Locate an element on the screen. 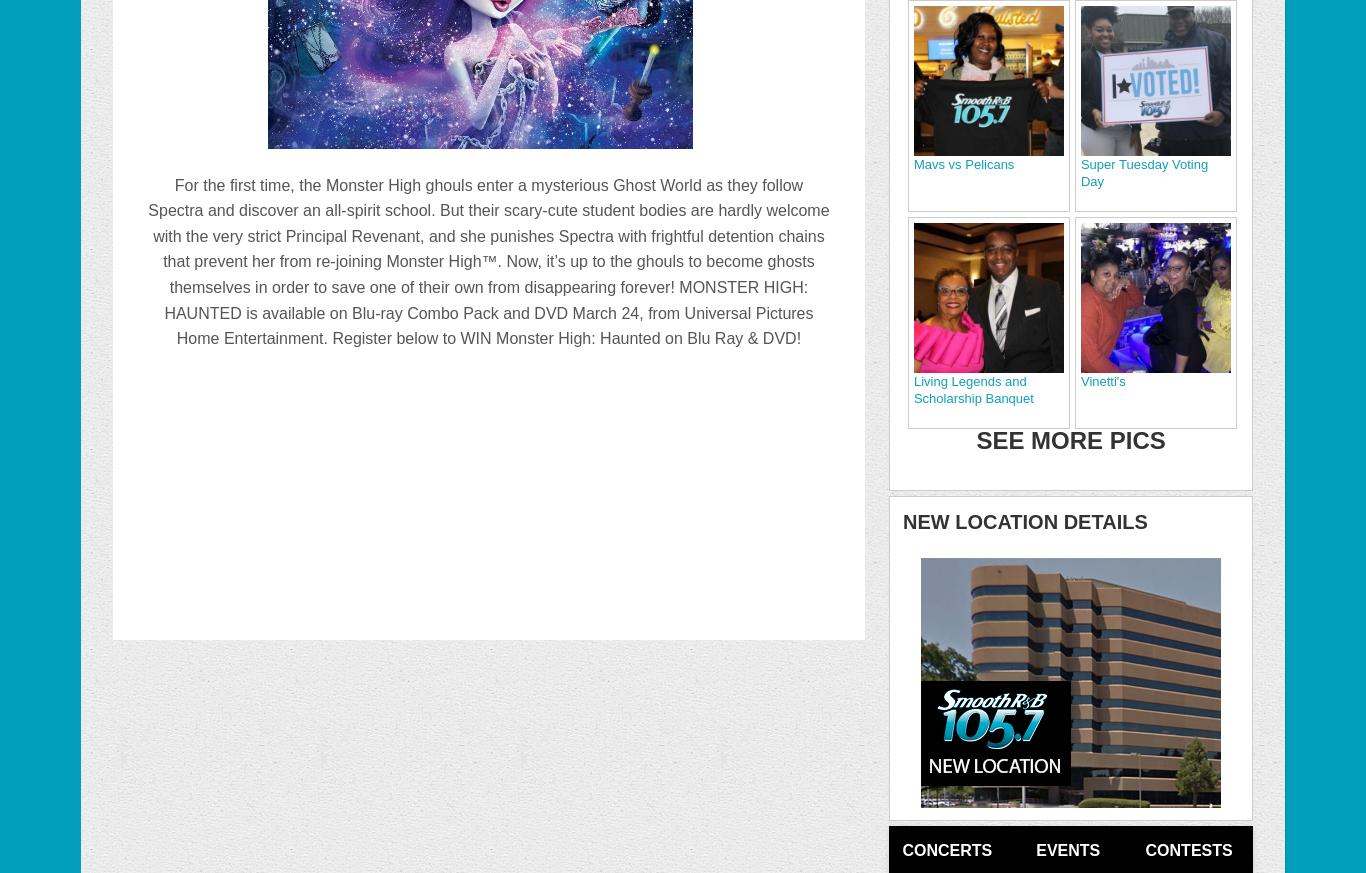 This screenshot has height=873, width=1366. 'Vinetti's' is located at coordinates (1101, 380).